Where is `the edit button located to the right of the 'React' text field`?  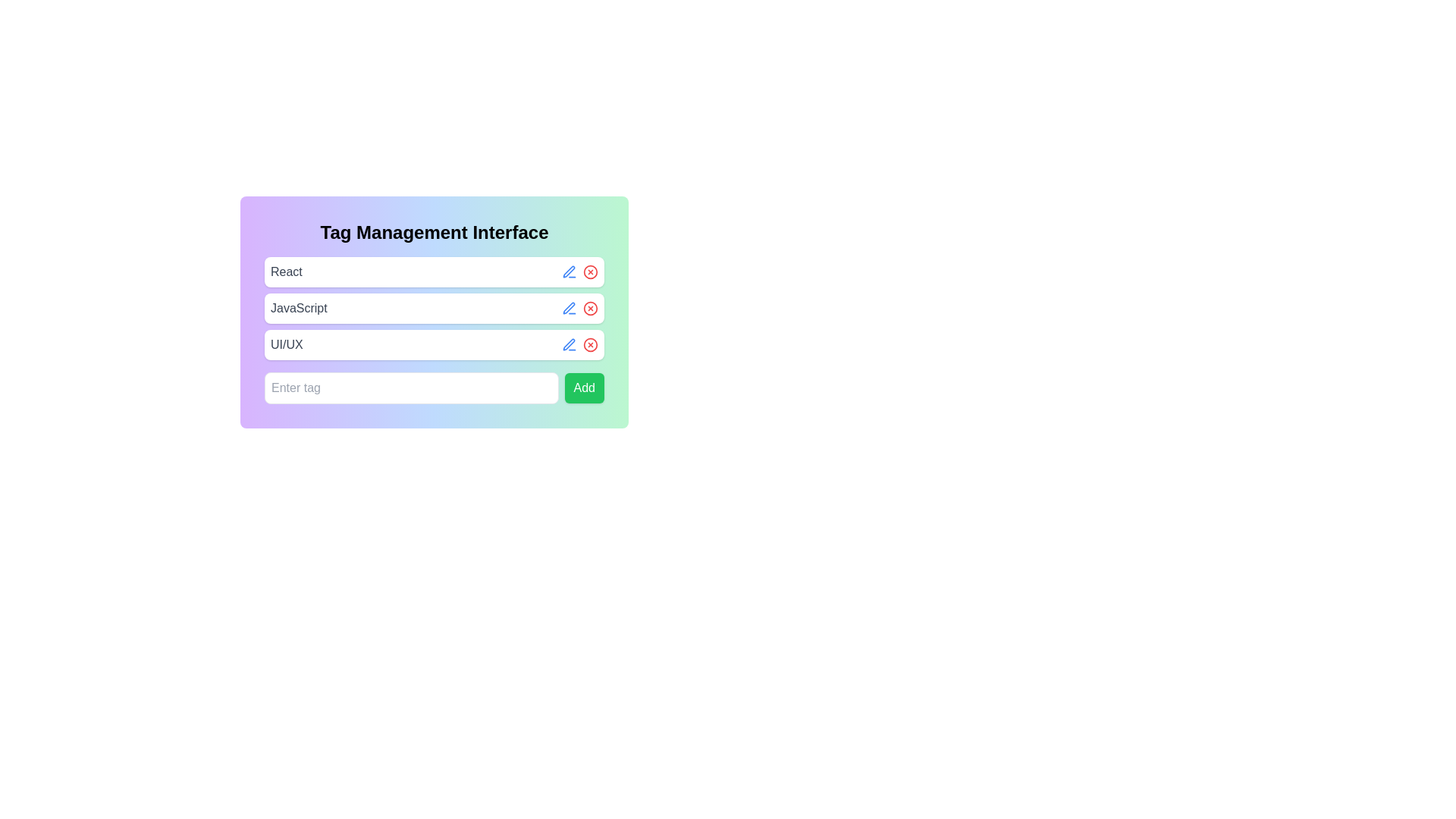
the edit button located to the right of the 'React' text field is located at coordinates (568, 271).